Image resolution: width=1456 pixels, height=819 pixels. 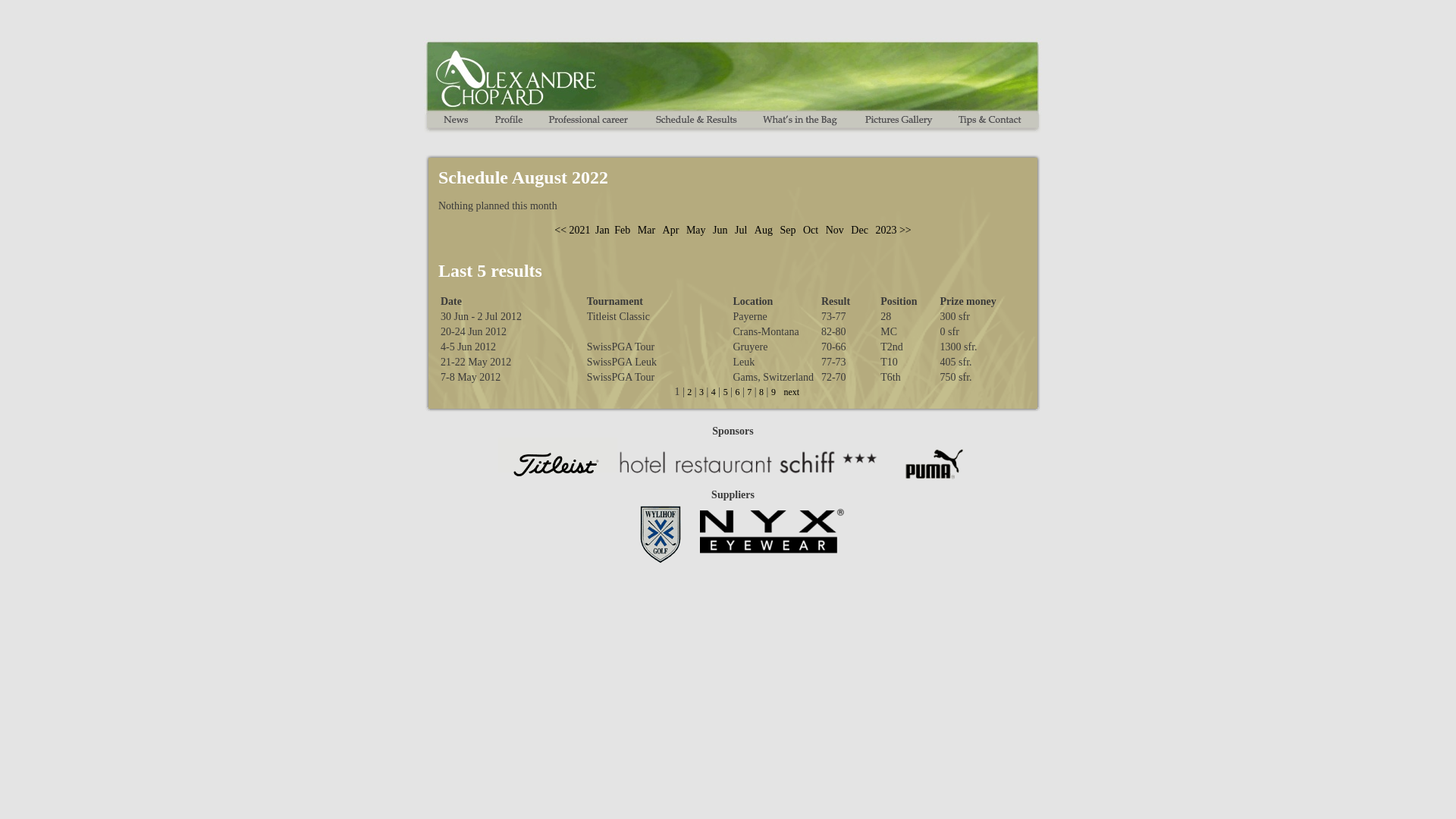 What do you see at coordinates (859, 230) in the screenshot?
I see `'Dec'` at bounding box center [859, 230].